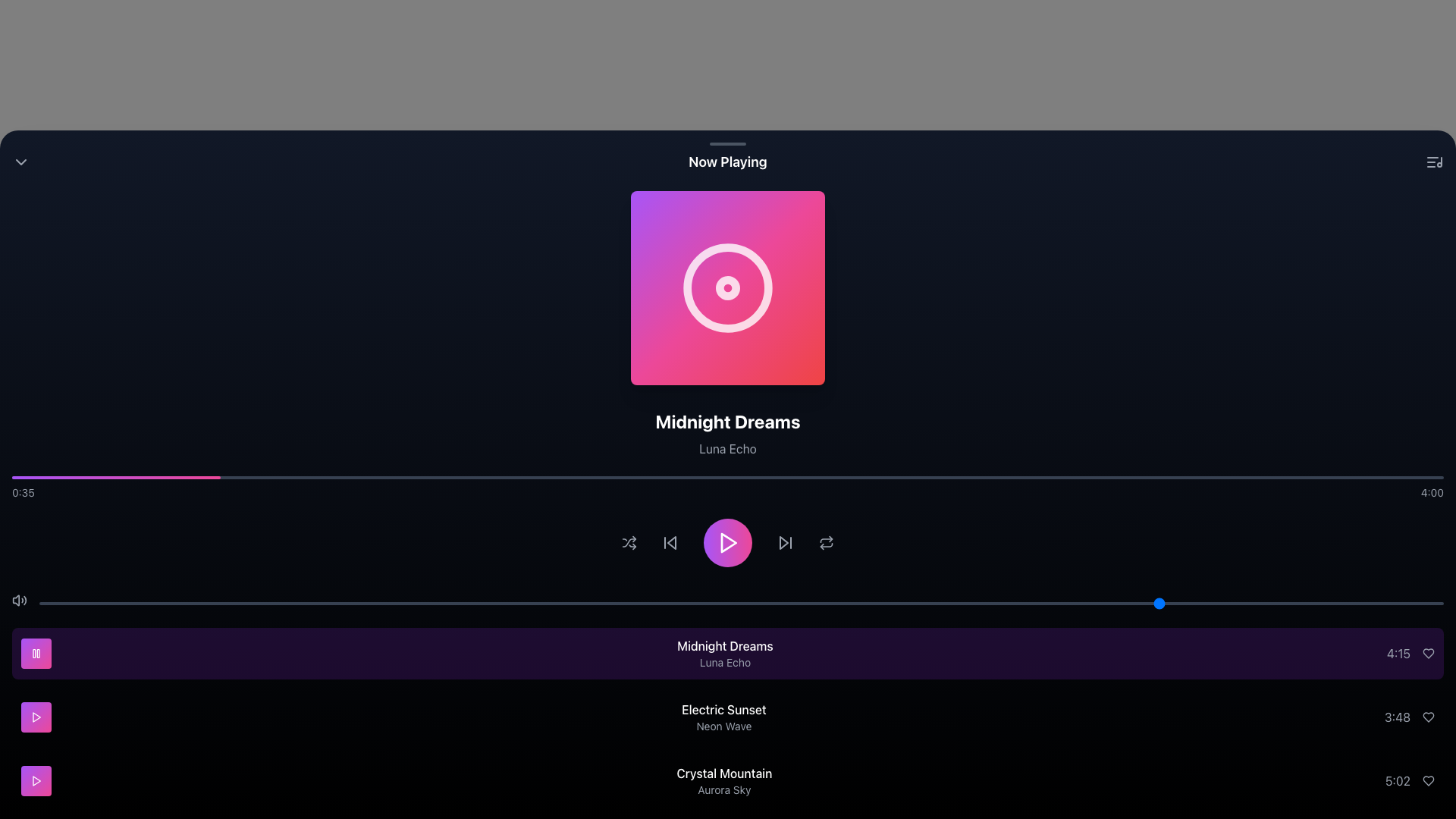 This screenshot has height=819, width=1456. Describe the element at coordinates (1427, 652) in the screenshot. I see `the heart-shaped favorite button, which is gray and located to the right of the timestamp (4:15) for the song 'Midnight Dreams' by 'Luna Echo'` at that location.